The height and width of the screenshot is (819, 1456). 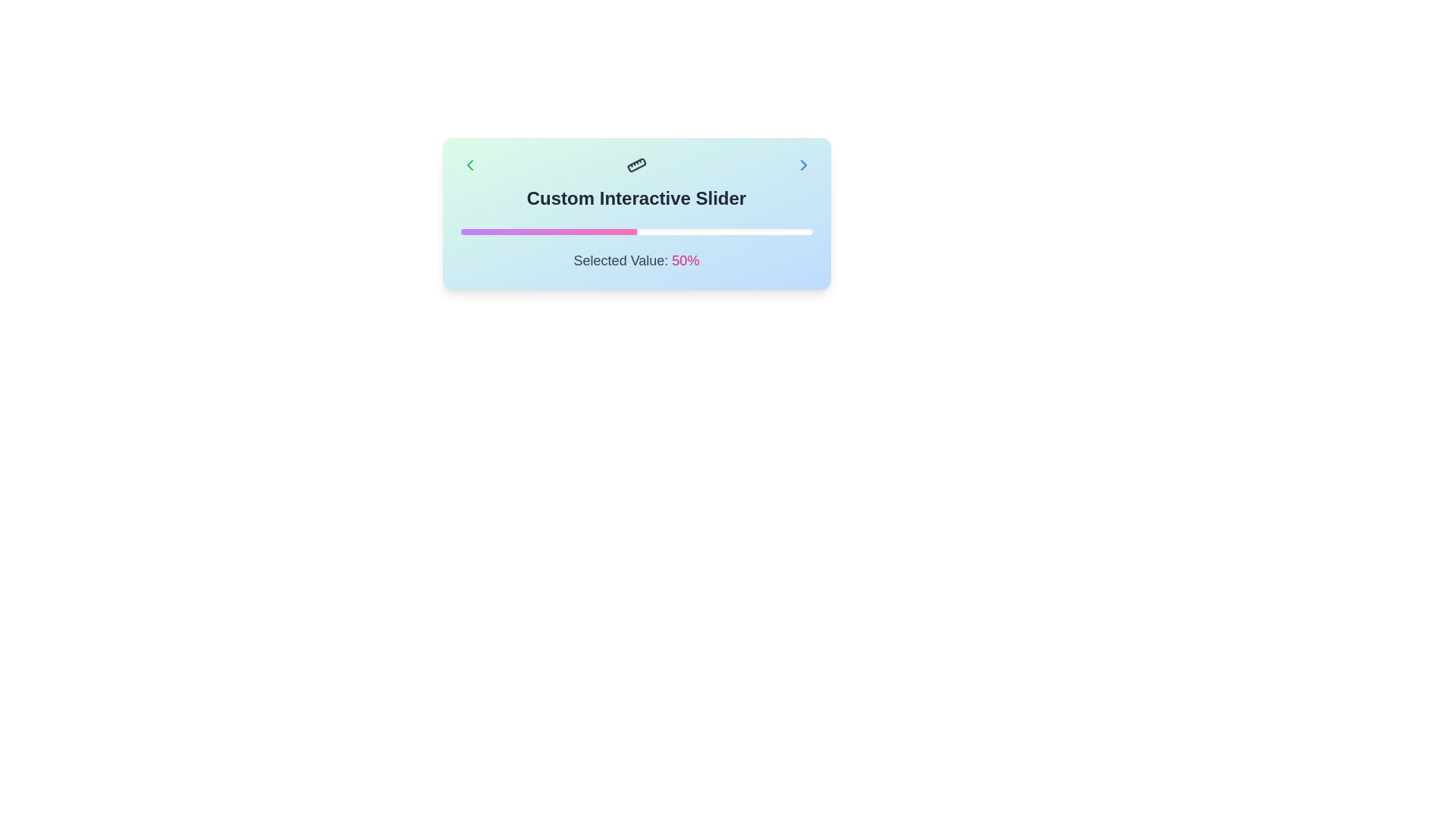 I want to click on the slider value, so click(x=723, y=231).